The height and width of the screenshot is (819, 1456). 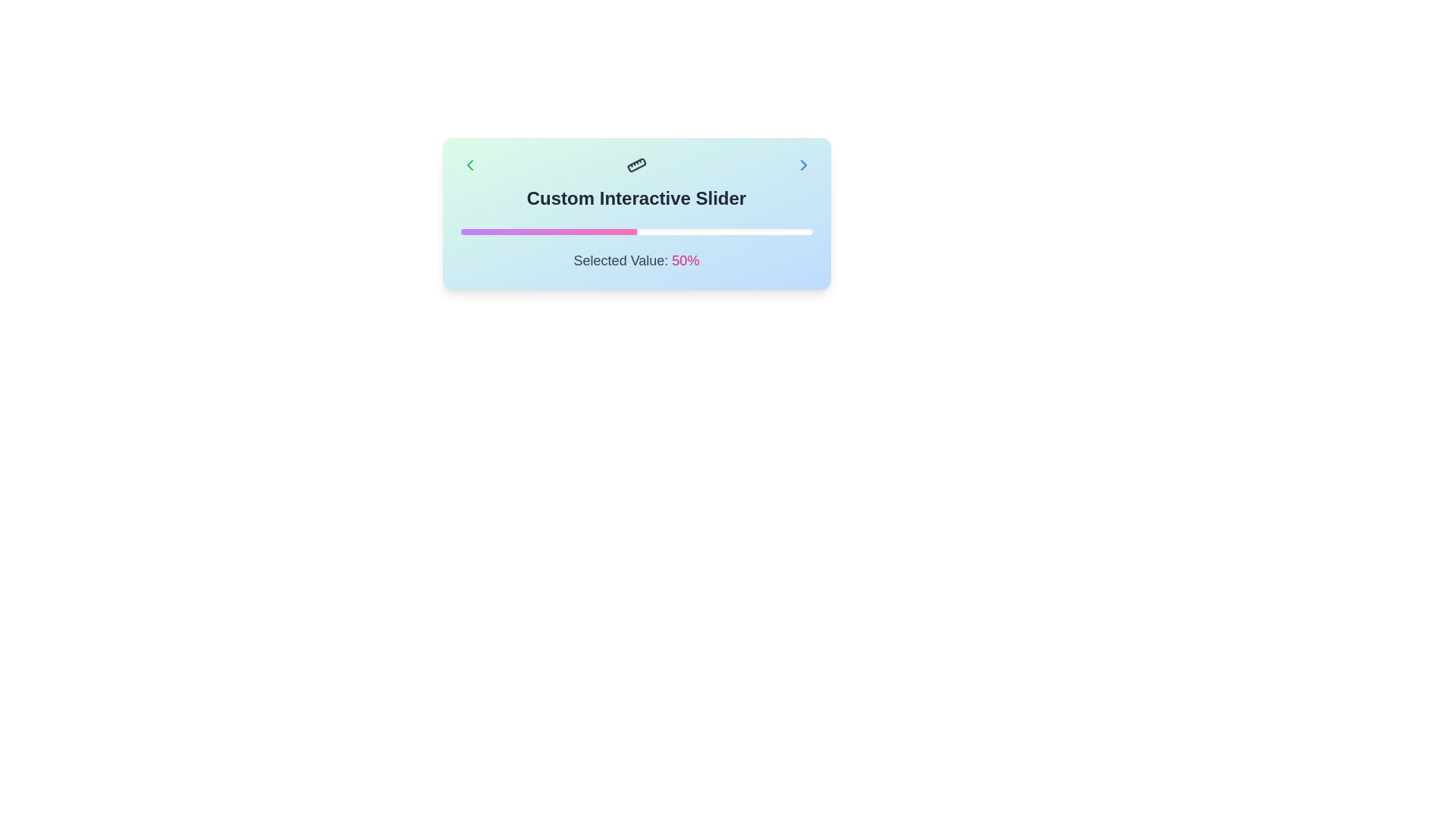 I want to click on the slider value, so click(x=723, y=231).